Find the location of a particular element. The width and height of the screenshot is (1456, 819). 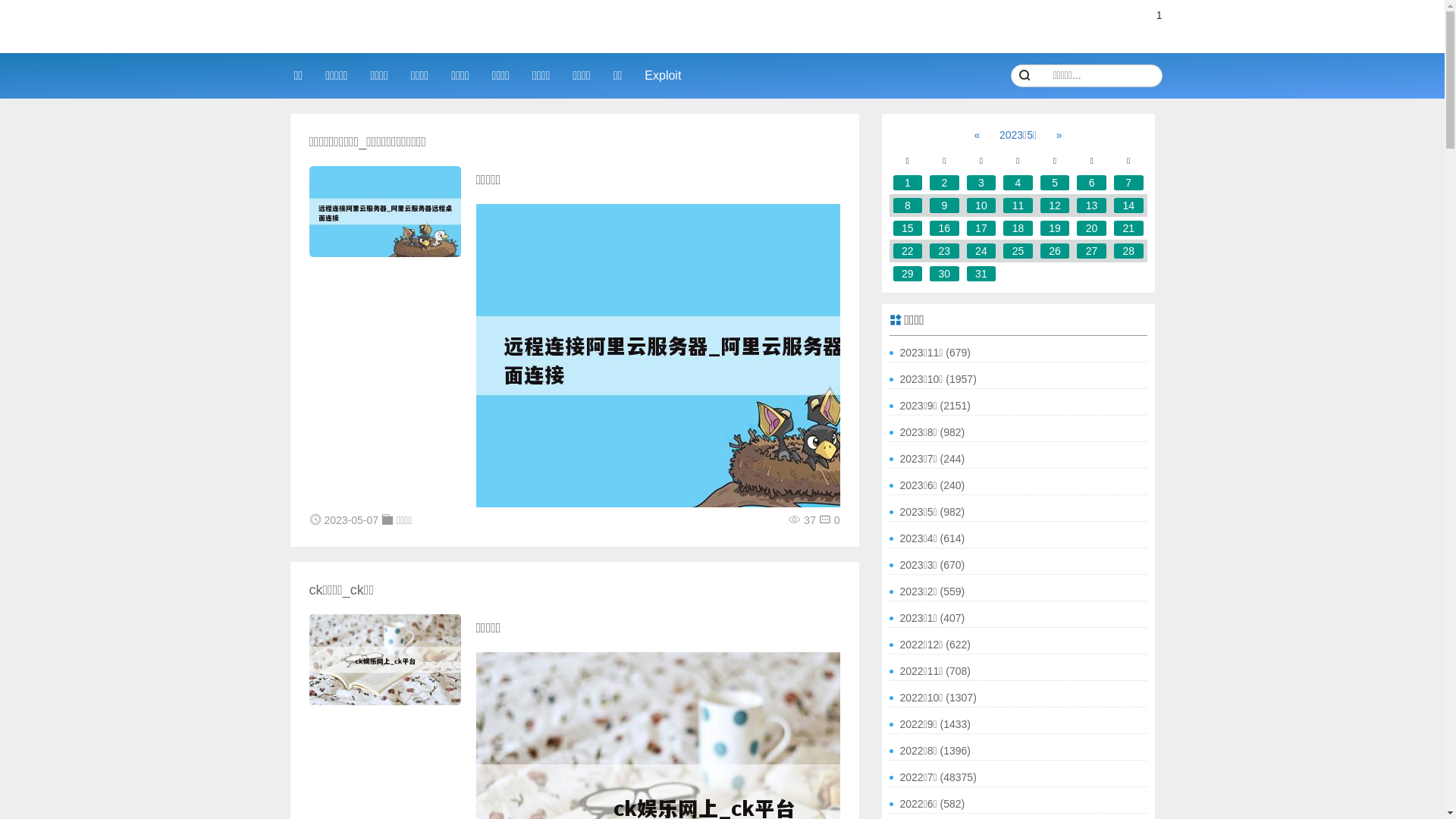

'13' is located at coordinates (1076, 205).